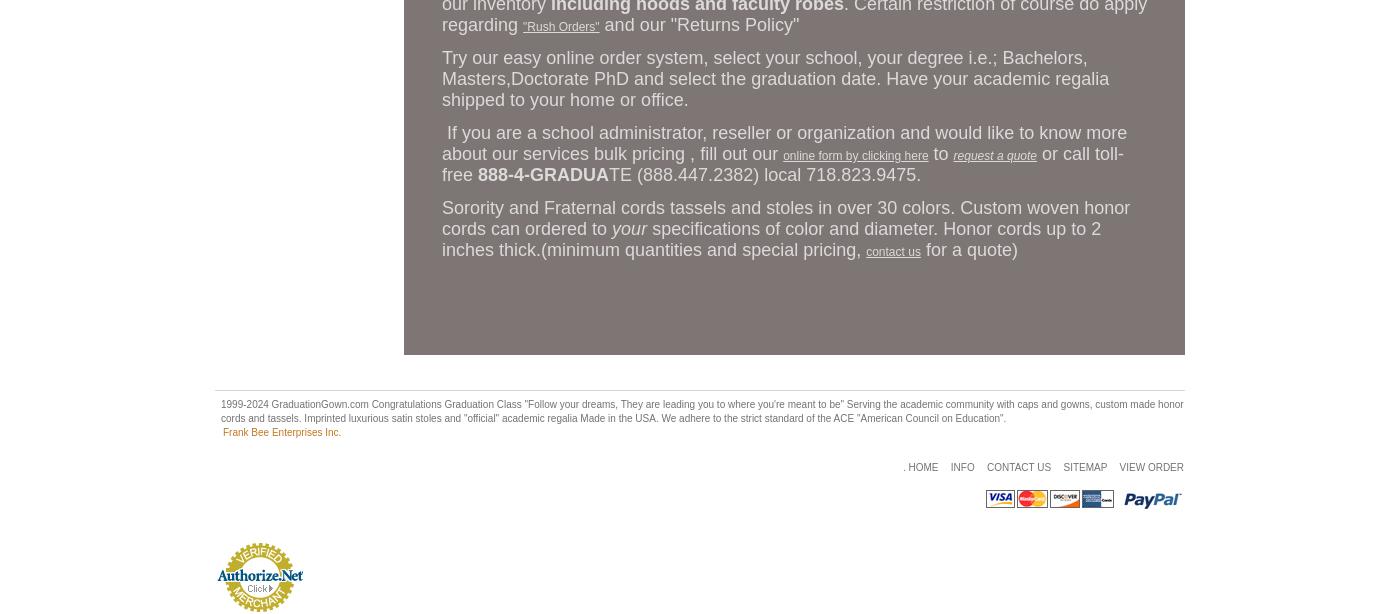 The image size is (1400, 614). What do you see at coordinates (961, 466) in the screenshot?
I see `'Info'` at bounding box center [961, 466].